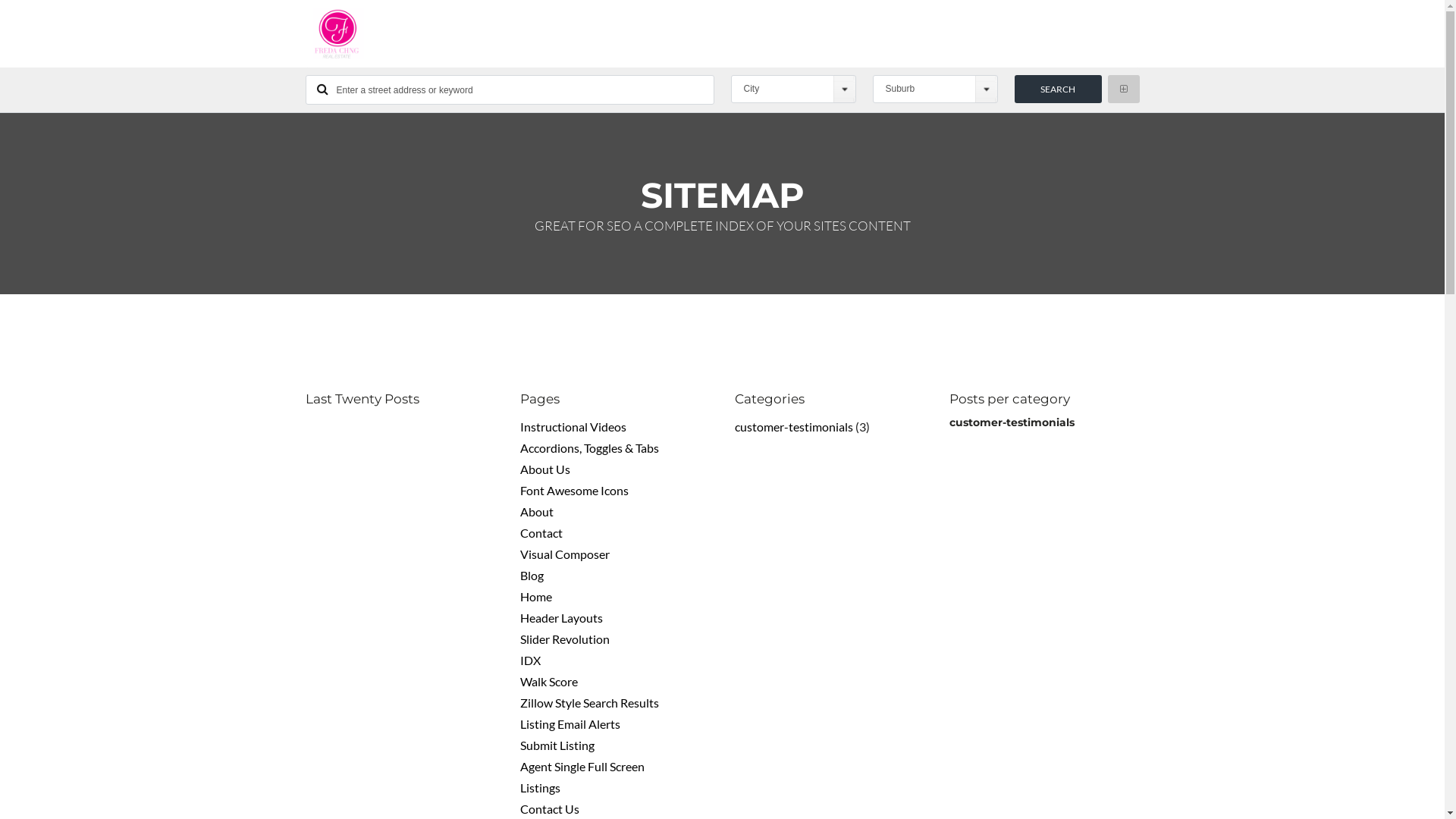  I want to click on 'Accordions, Toggles & Tabs', so click(520, 447).